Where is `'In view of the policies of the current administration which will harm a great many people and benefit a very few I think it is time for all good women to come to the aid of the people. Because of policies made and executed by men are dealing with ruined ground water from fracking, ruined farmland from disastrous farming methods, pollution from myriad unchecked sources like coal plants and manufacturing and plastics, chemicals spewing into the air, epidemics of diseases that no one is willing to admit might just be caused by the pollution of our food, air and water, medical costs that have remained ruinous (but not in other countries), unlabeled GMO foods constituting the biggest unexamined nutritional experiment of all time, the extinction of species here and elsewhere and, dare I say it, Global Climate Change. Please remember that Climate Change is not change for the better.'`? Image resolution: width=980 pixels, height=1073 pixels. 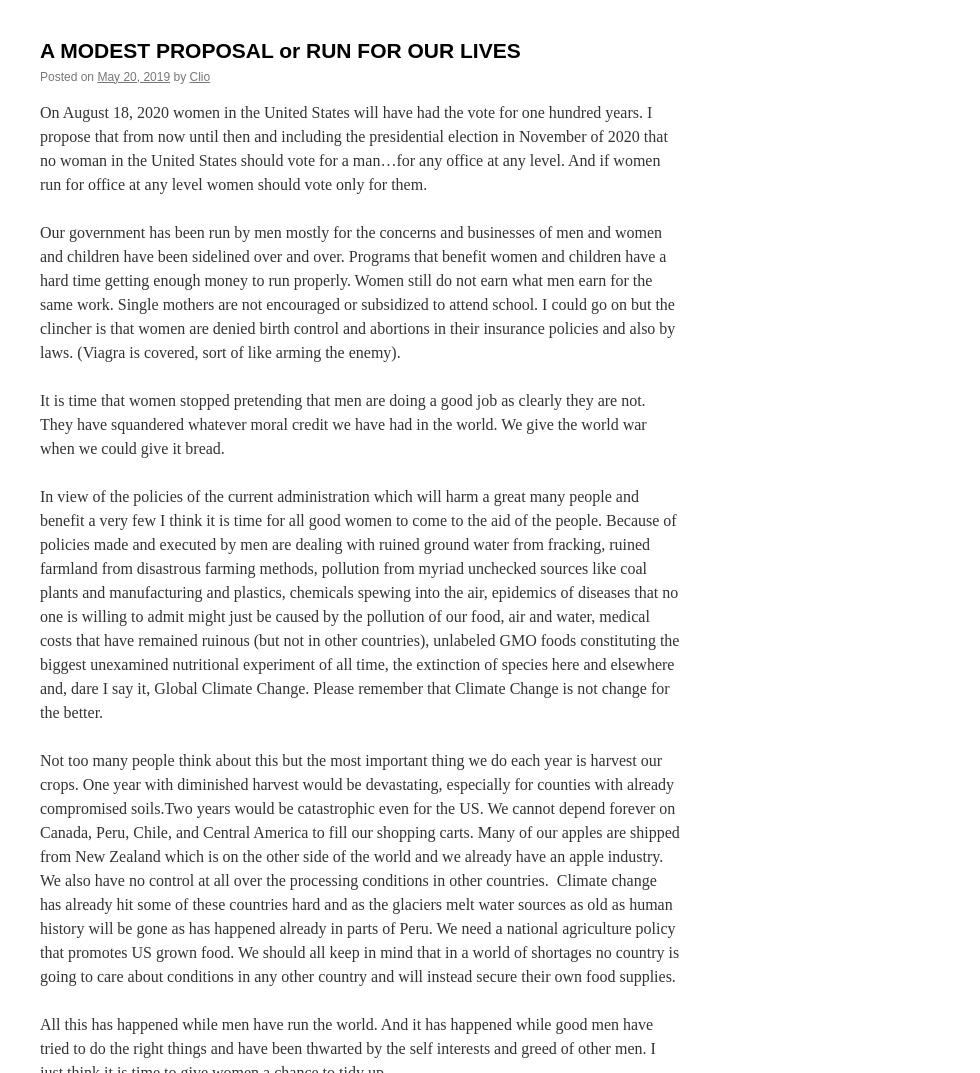 'In view of the policies of the current administration which will harm a great many people and benefit a very few I think it is time for all good women to come to the aid of the people. Because of policies made and executed by men are dealing with ruined ground water from fracking, ruined farmland from disastrous farming methods, pollution from myriad unchecked sources like coal plants and manufacturing and plastics, chemicals spewing into the air, epidemics of diseases that no one is willing to admit might just be caused by the pollution of our food, air and water, medical costs that have remained ruinous (but not in other countries), unlabeled GMO foods constituting the biggest unexamined nutritional experiment of all time, the extinction of species here and elsewhere and, dare I say it, Global Climate Change. Please remember that Climate Change is not change for the better.' is located at coordinates (359, 602).